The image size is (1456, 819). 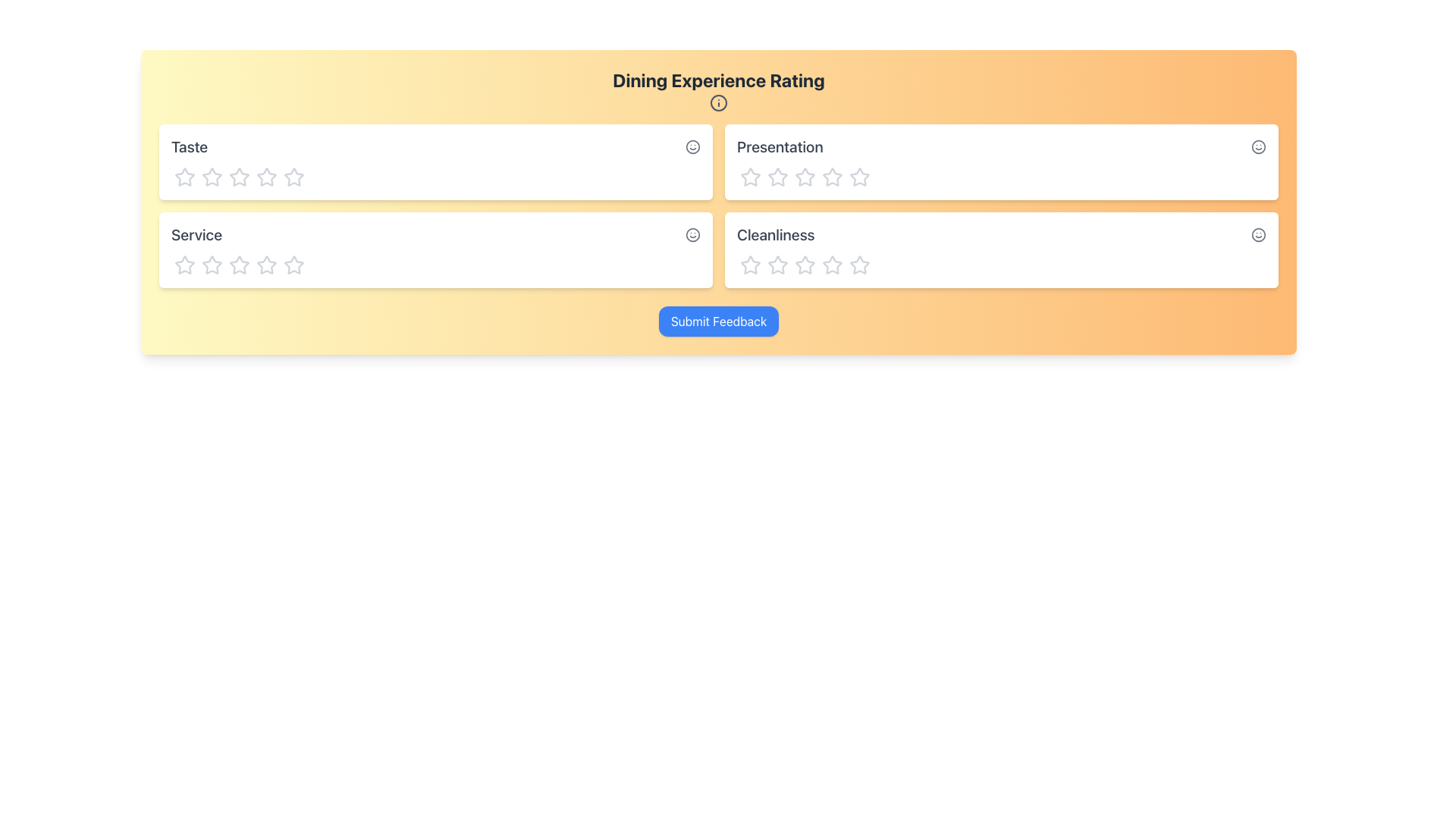 I want to click on the first rating star icon under the 'Service' label, so click(x=184, y=263).